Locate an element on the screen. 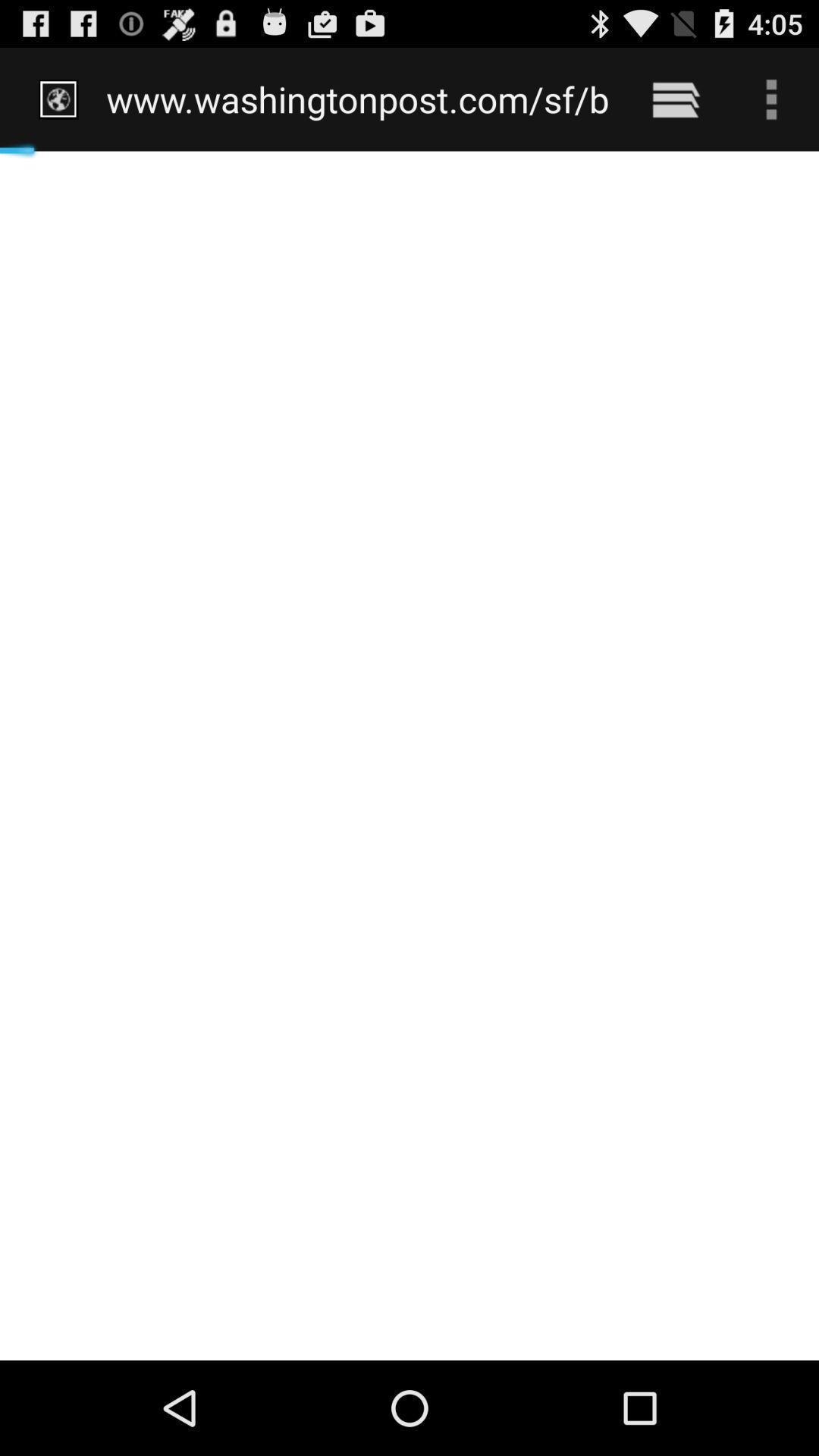 The height and width of the screenshot is (1456, 819). www washingtonpost com icon is located at coordinates (358, 99).